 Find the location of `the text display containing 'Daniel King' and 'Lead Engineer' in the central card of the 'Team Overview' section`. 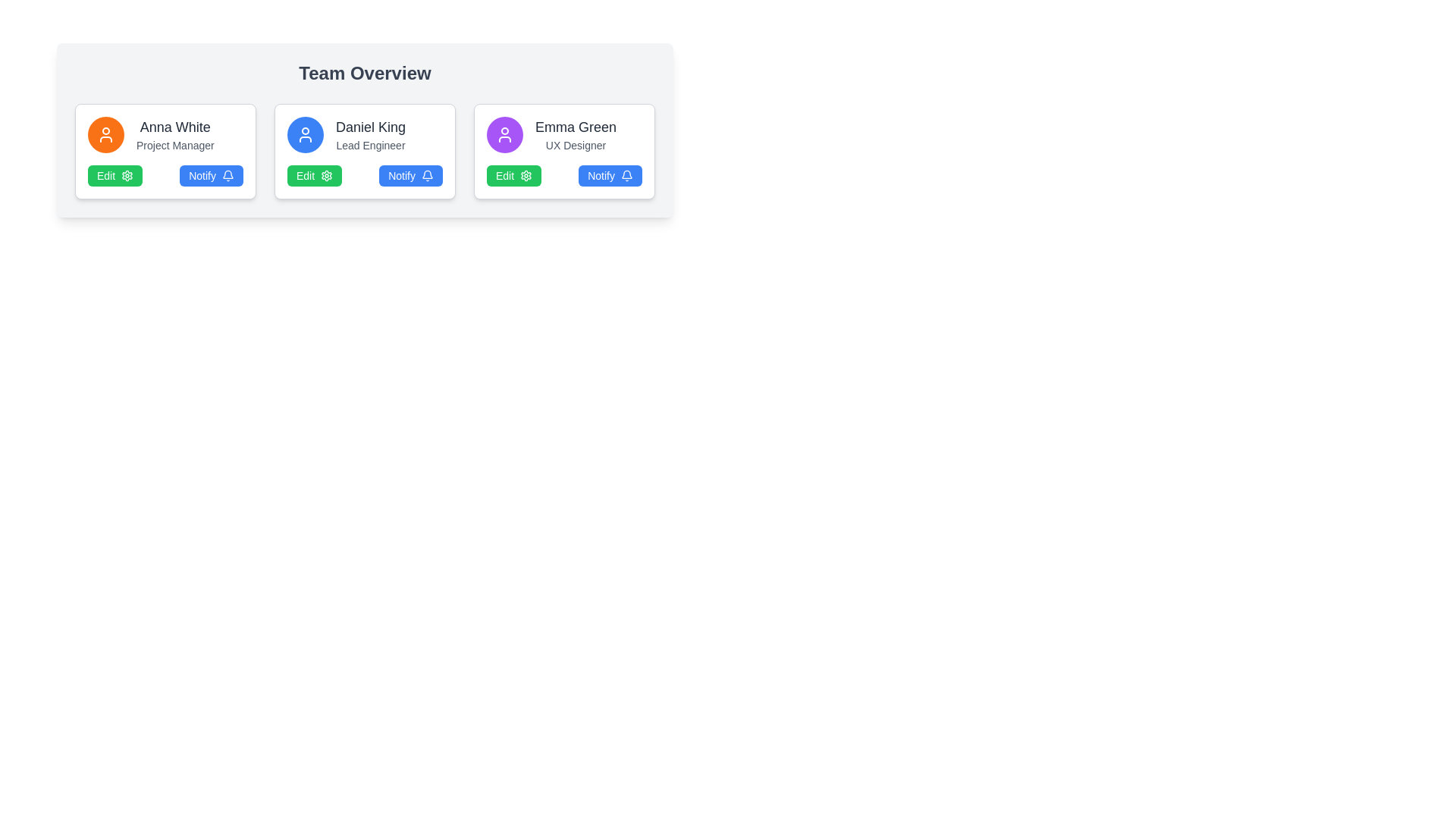

the text display containing 'Daniel King' and 'Lead Engineer' in the central card of the 'Team Overview' section is located at coordinates (371, 133).